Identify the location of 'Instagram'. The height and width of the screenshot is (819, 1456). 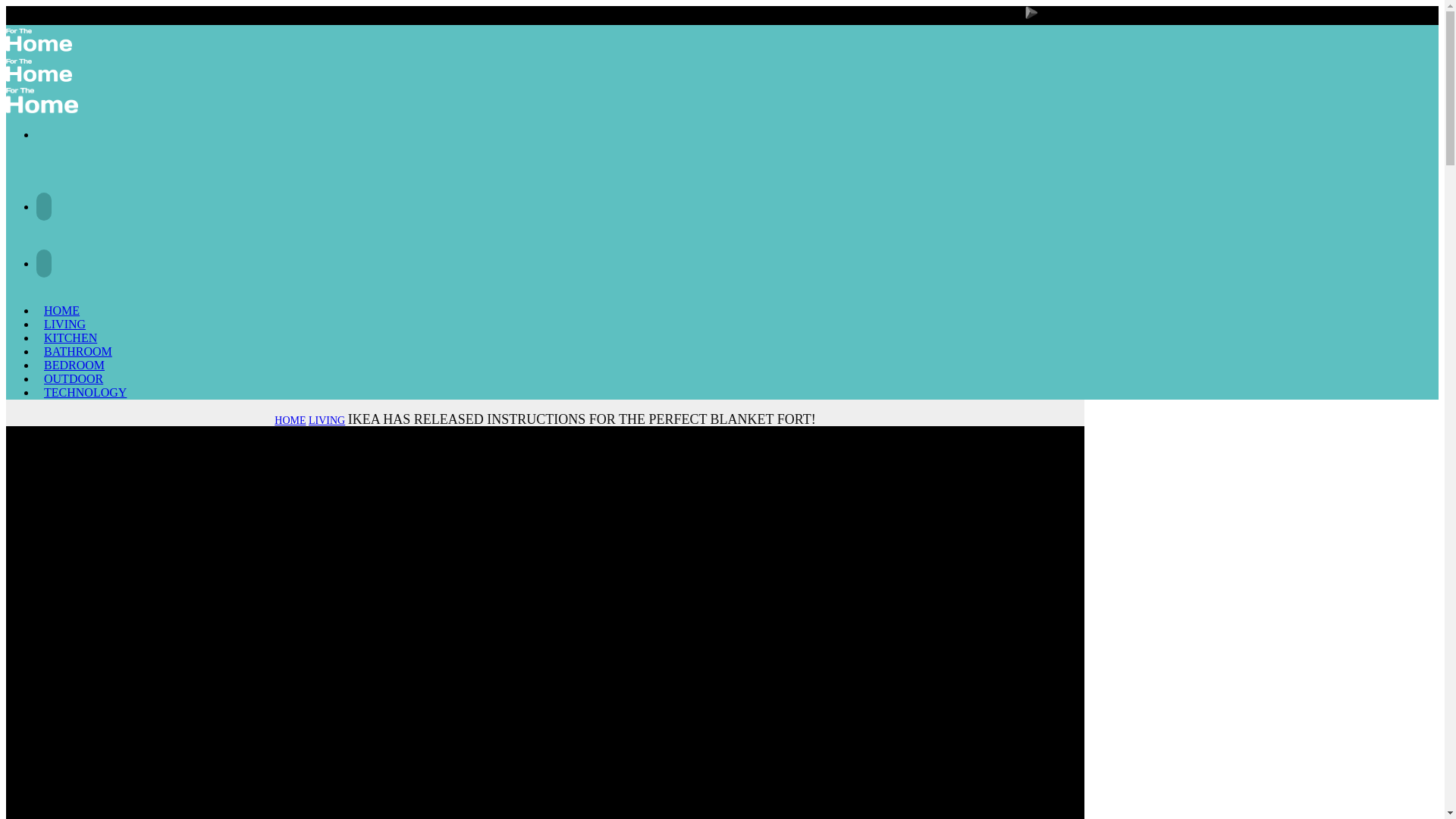
(43, 262).